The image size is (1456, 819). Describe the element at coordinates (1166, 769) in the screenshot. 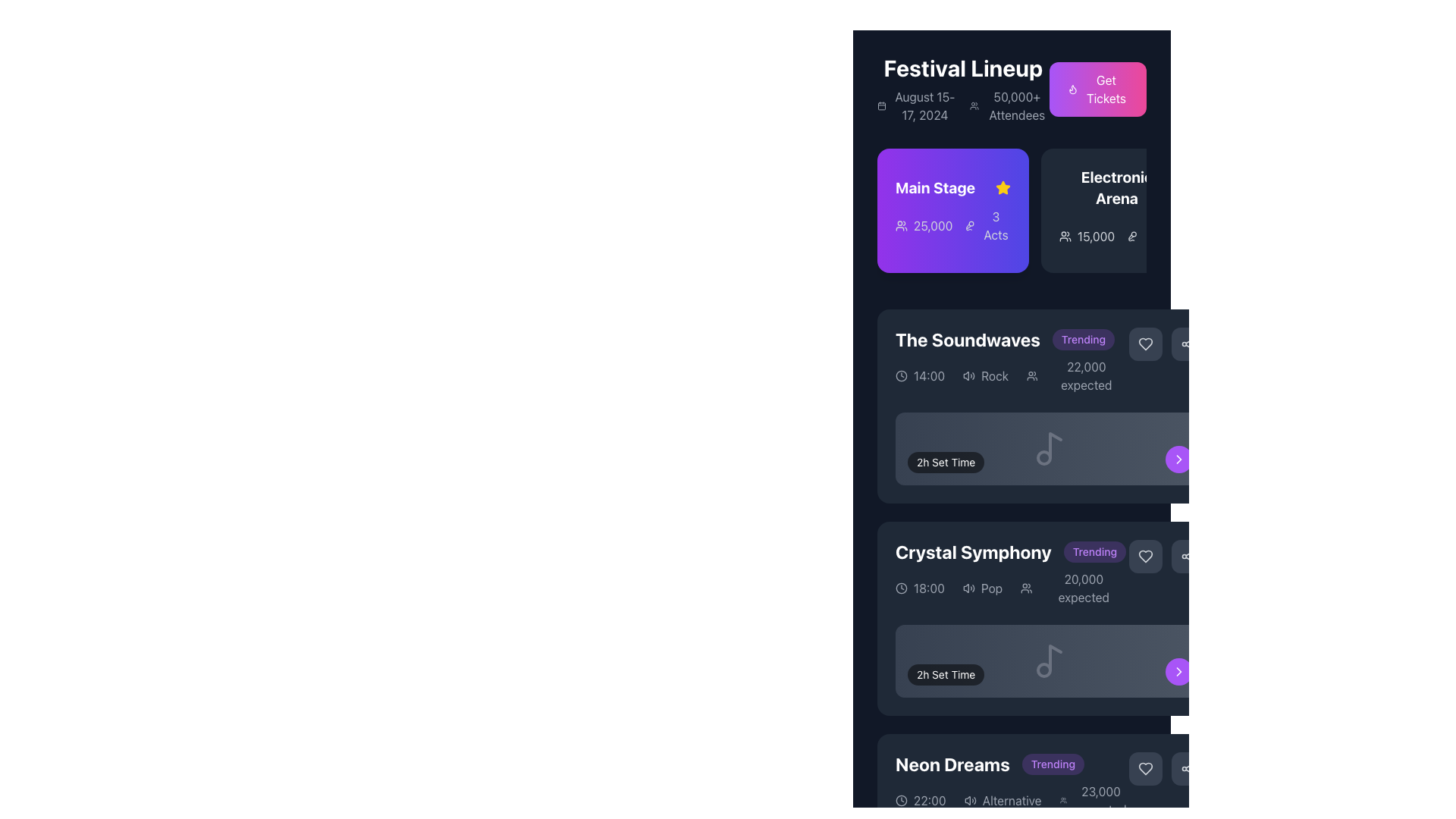

I see `the interactive icons (heart and share) located in the bottom-right corner of the 'Neon Dreams' section card` at that location.